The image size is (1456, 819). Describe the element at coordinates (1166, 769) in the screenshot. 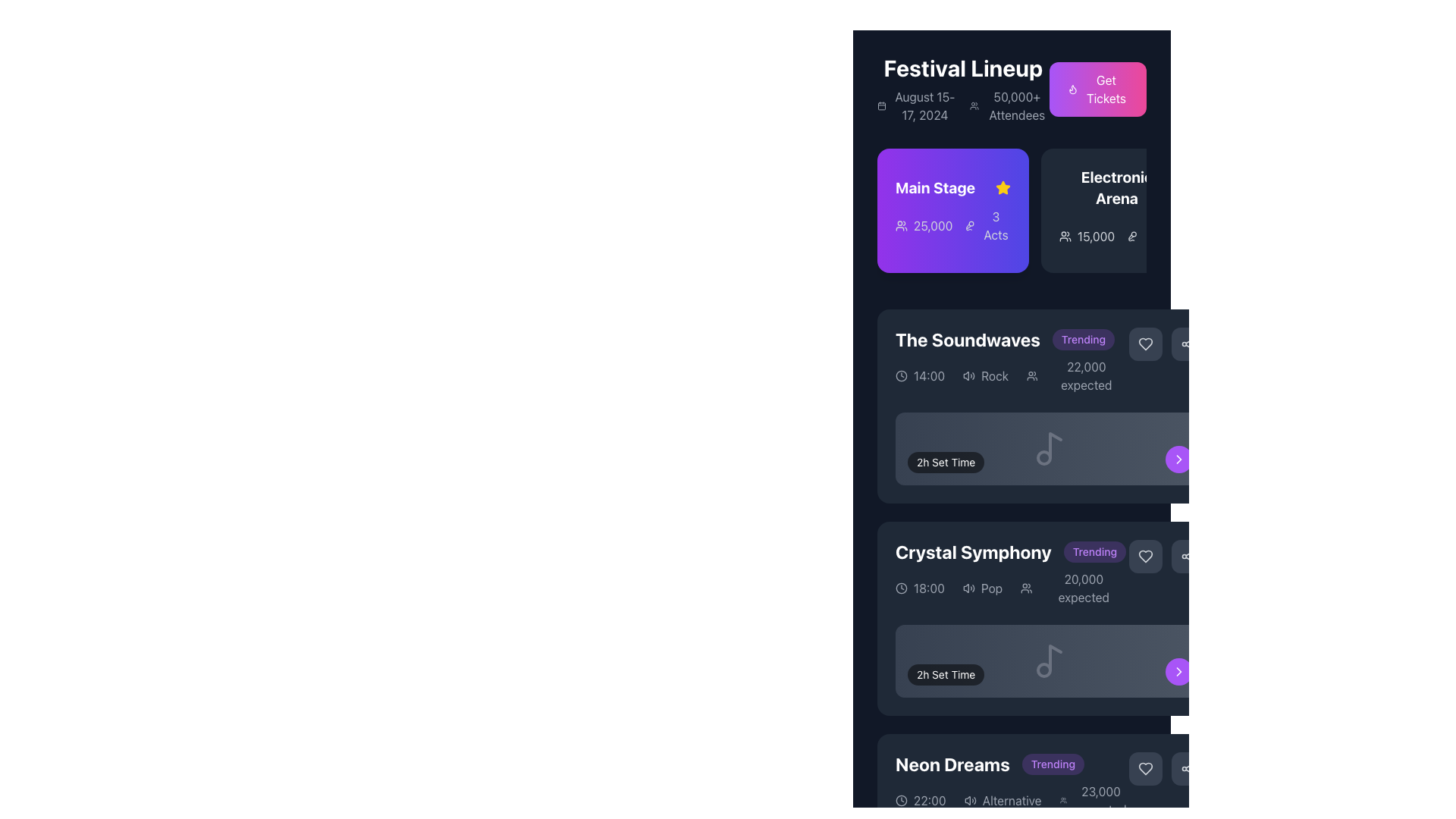

I see `the interactive icons (heart and share) located in the bottom-right corner of the 'Neon Dreams' section card` at that location.